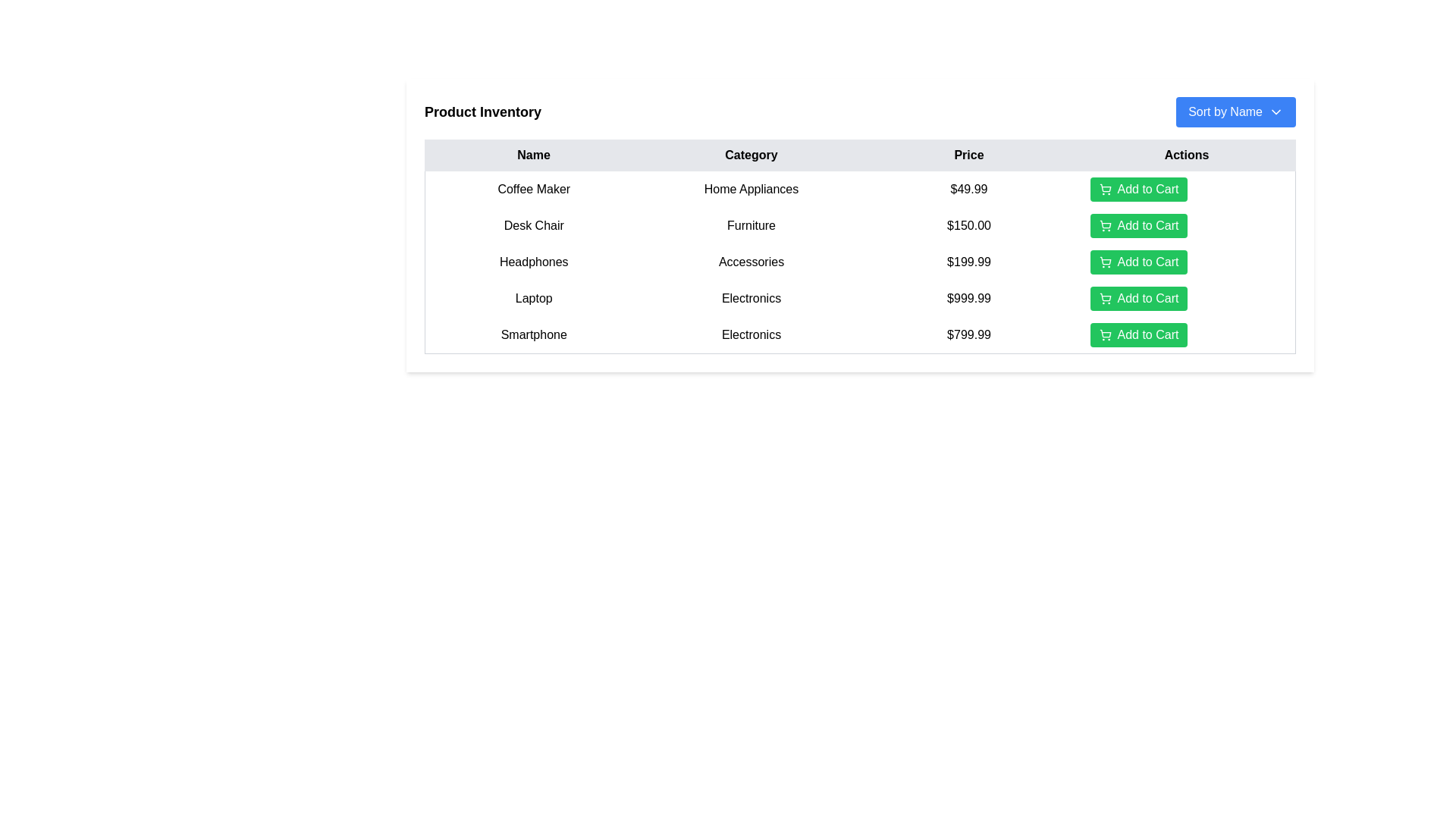 The height and width of the screenshot is (819, 1456). Describe the element at coordinates (751, 225) in the screenshot. I see `the label in the second row under the 'Category' column that indicates the grouping 'Furniture'` at that location.